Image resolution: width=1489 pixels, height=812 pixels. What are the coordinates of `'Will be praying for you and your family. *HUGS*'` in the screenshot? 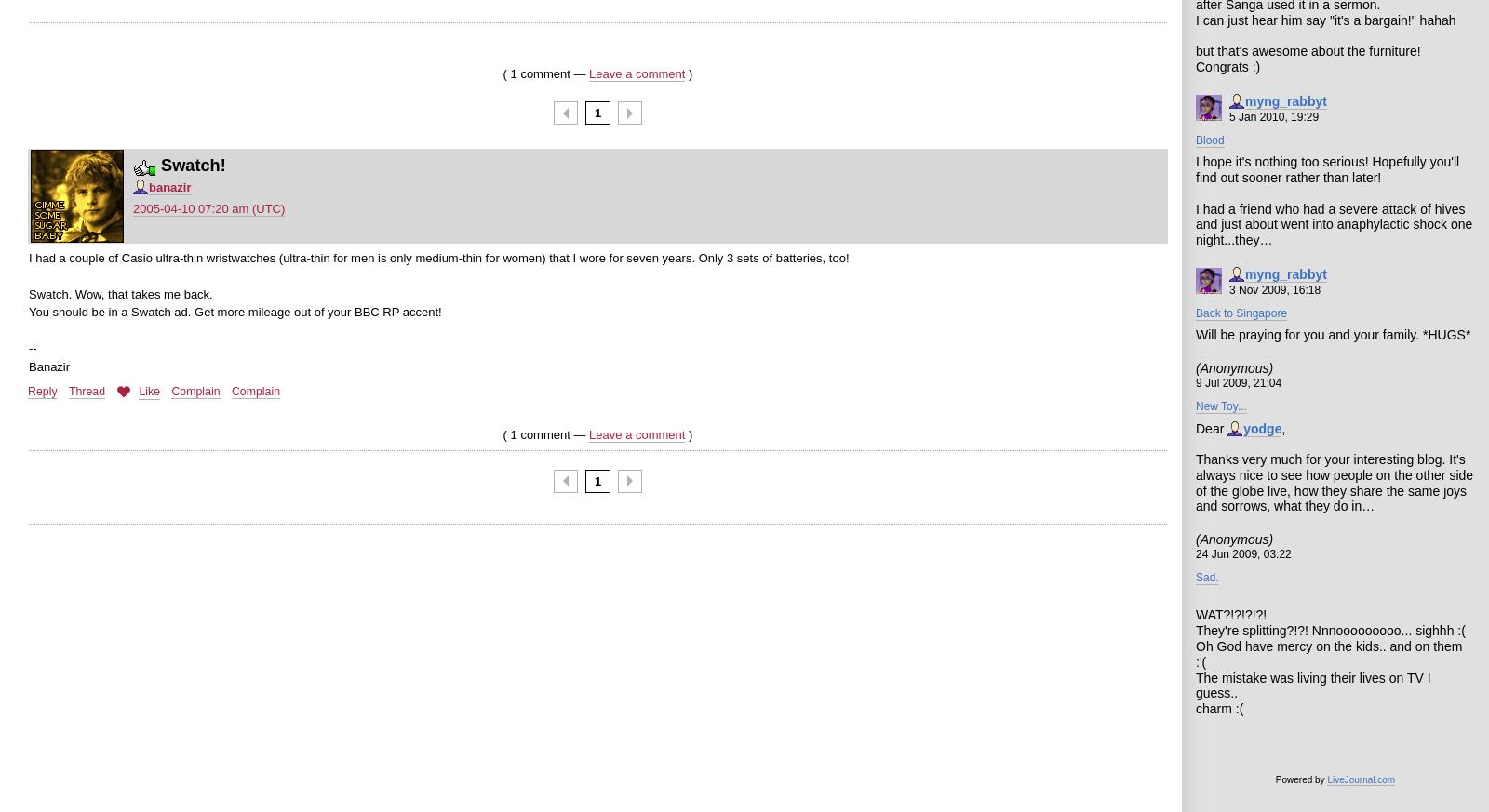 It's located at (1333, 334).